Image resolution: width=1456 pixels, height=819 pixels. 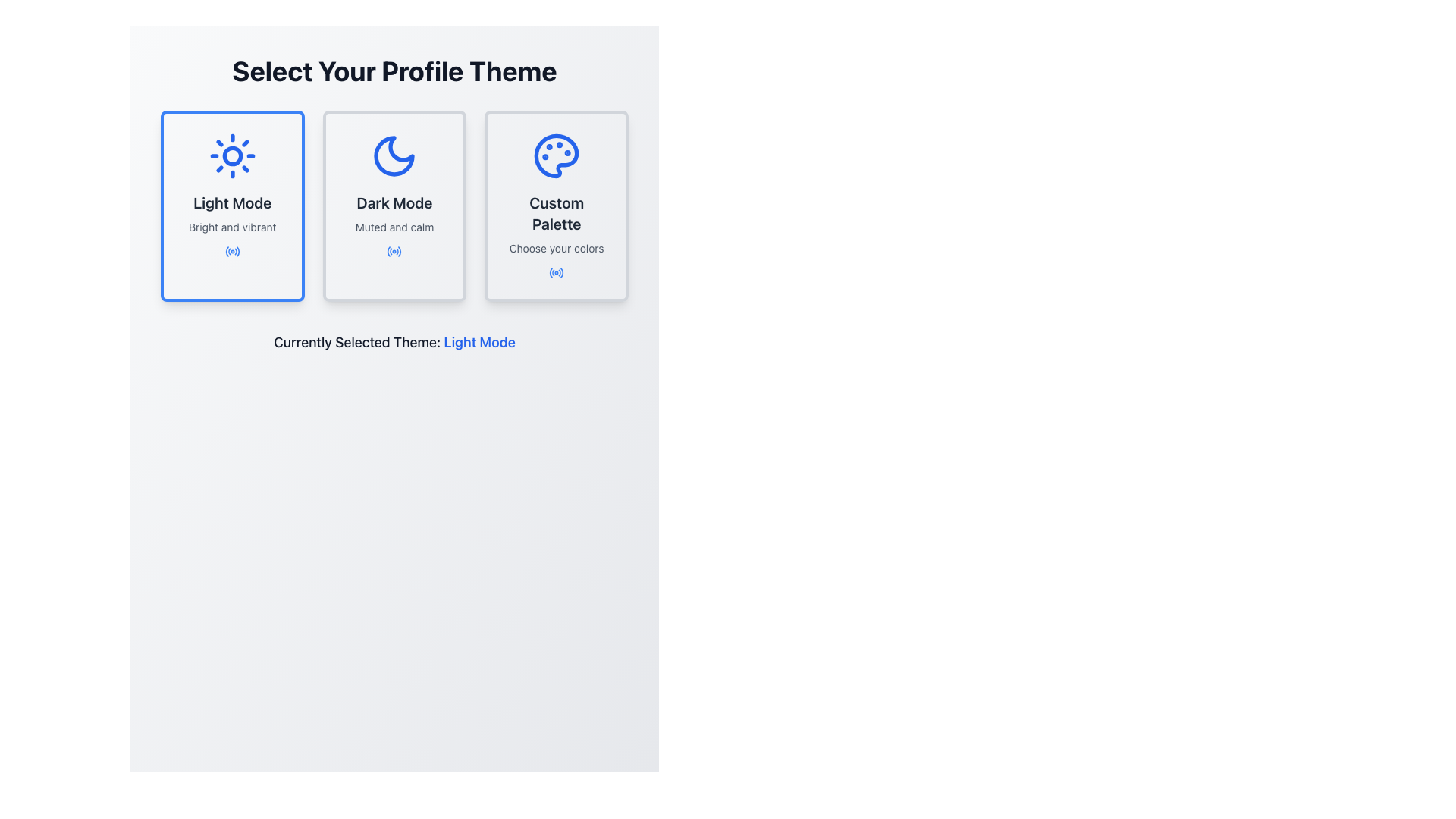 What do you see at coordinates (394, 250) in the screenshot?
I see `the decorative indicator icon for the 'Dark Mode' option located at the lower-central part of the theme selection panel` at bounding box center [394, 250].